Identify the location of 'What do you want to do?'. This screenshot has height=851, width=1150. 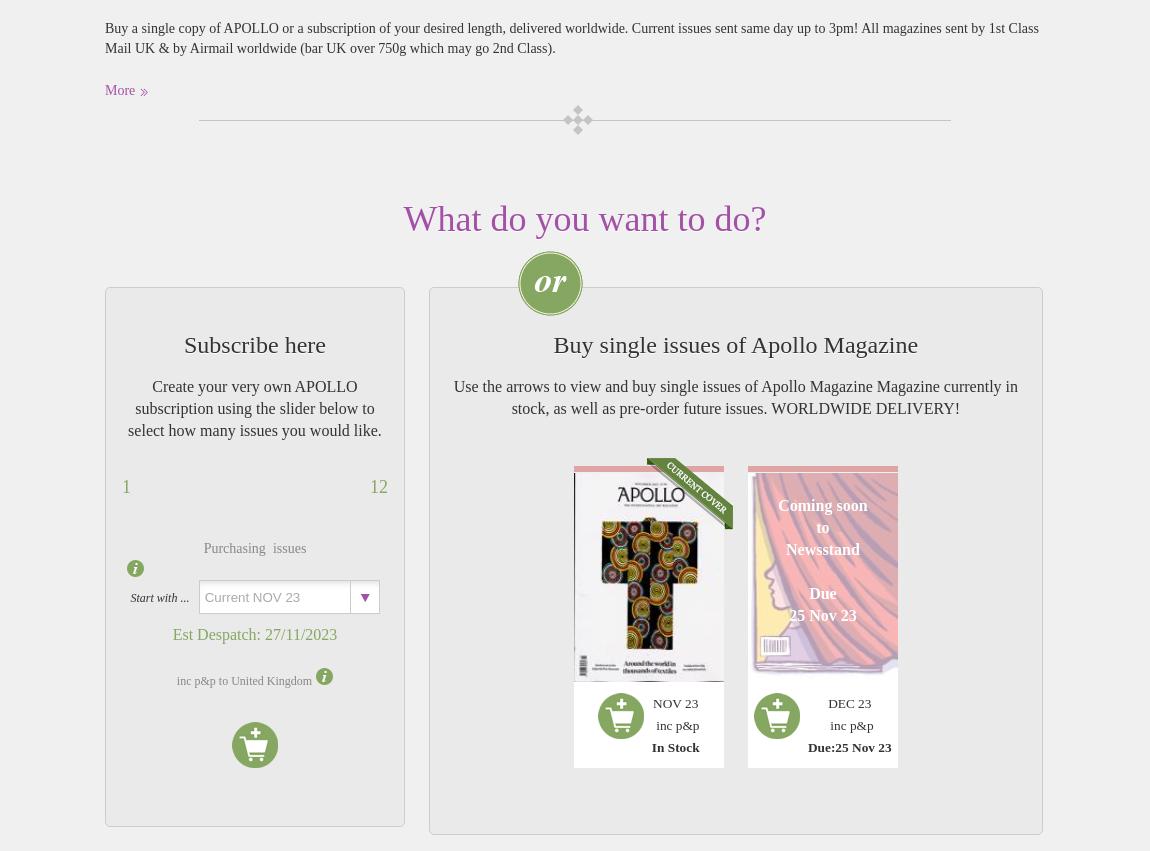
(402, 218).